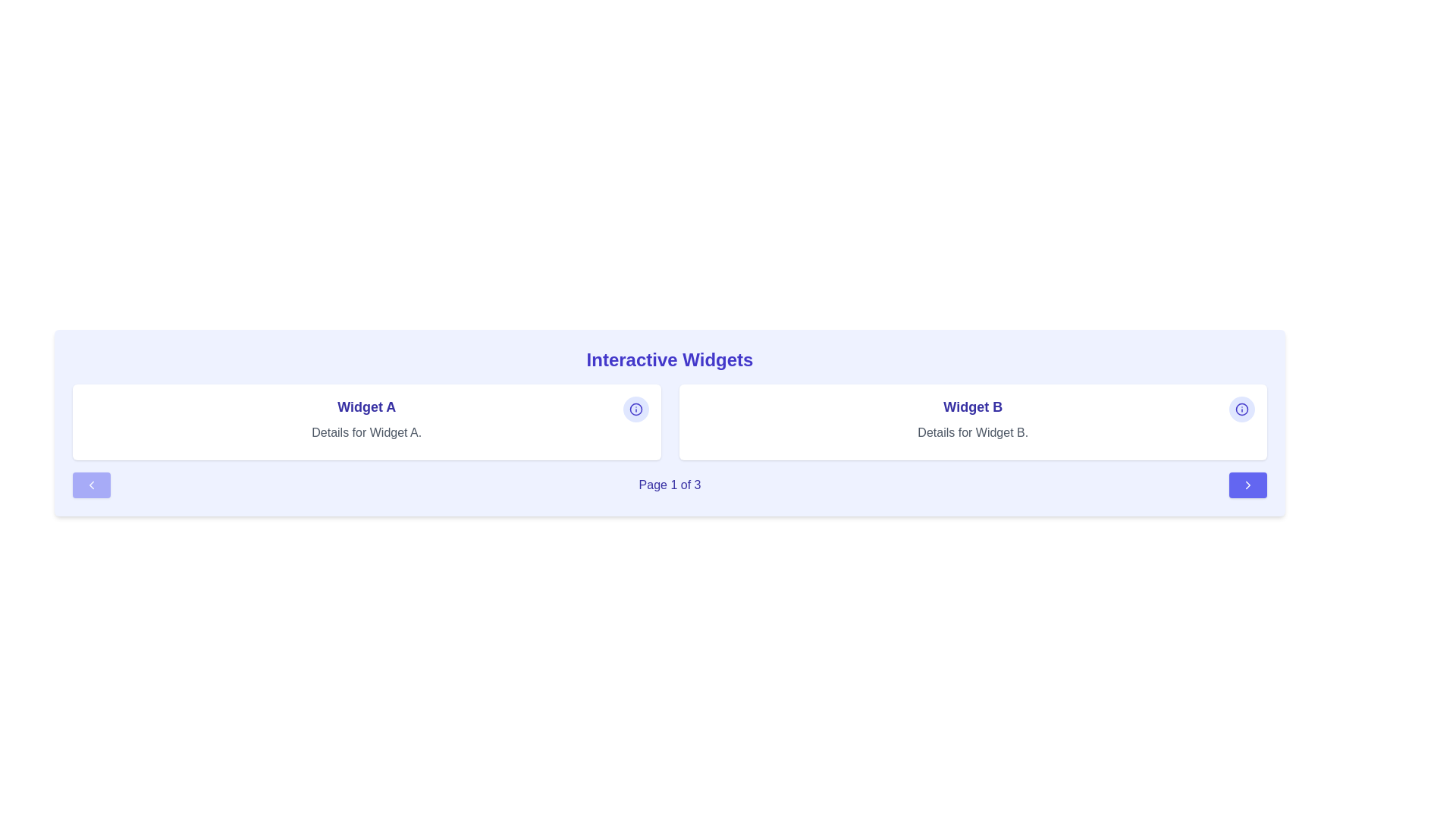 Image resolution: width=1456 pixels, height=819 pixels. What do you see at coordinates (635, 409) in the screenshot?
I see `the interactive informational button in the top-right corner of 'Widget A'` at bounding box center [635, 409].